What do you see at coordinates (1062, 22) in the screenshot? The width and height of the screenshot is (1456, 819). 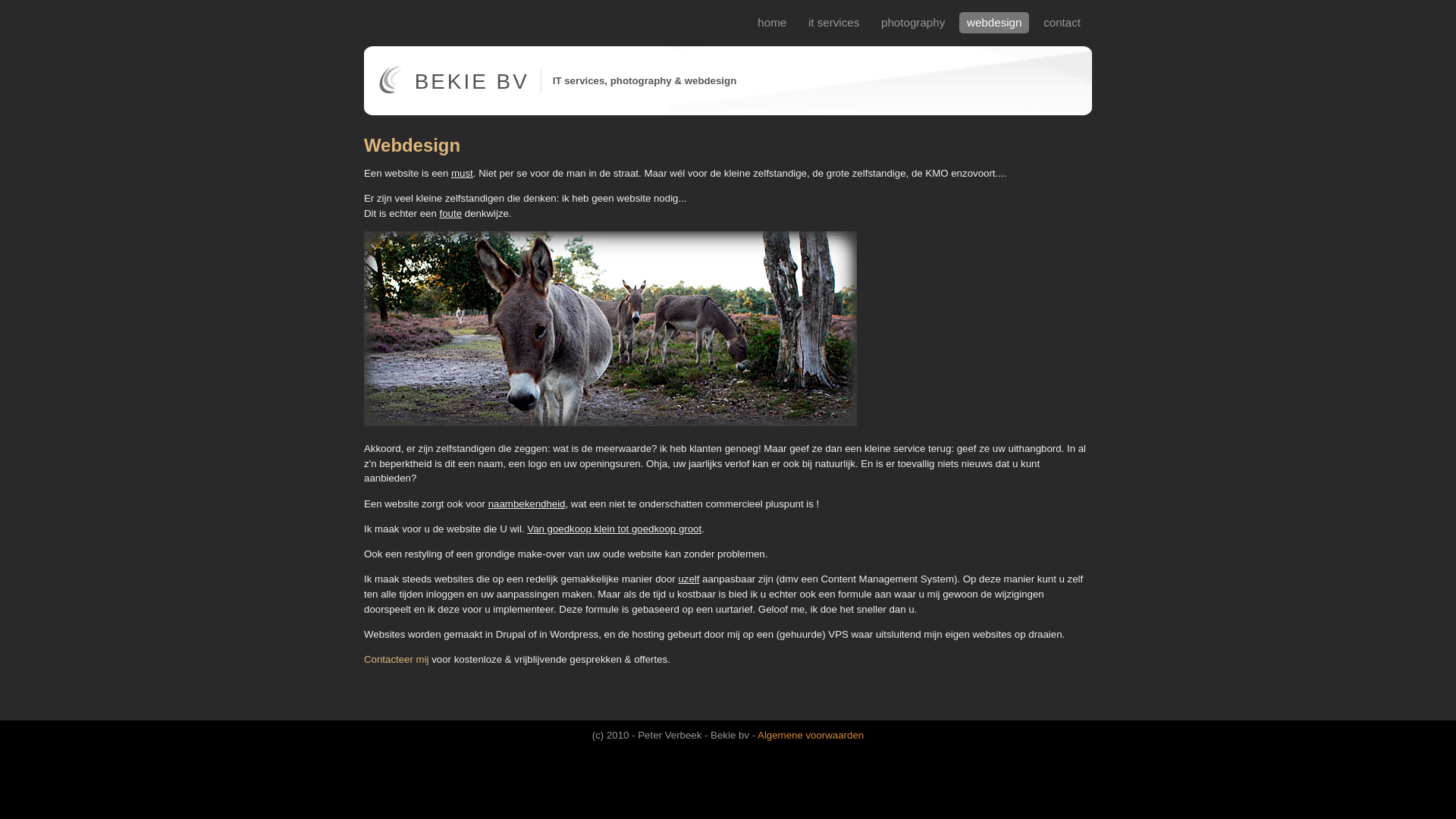 I see `'contact'` at bounding box center [1062, 22].